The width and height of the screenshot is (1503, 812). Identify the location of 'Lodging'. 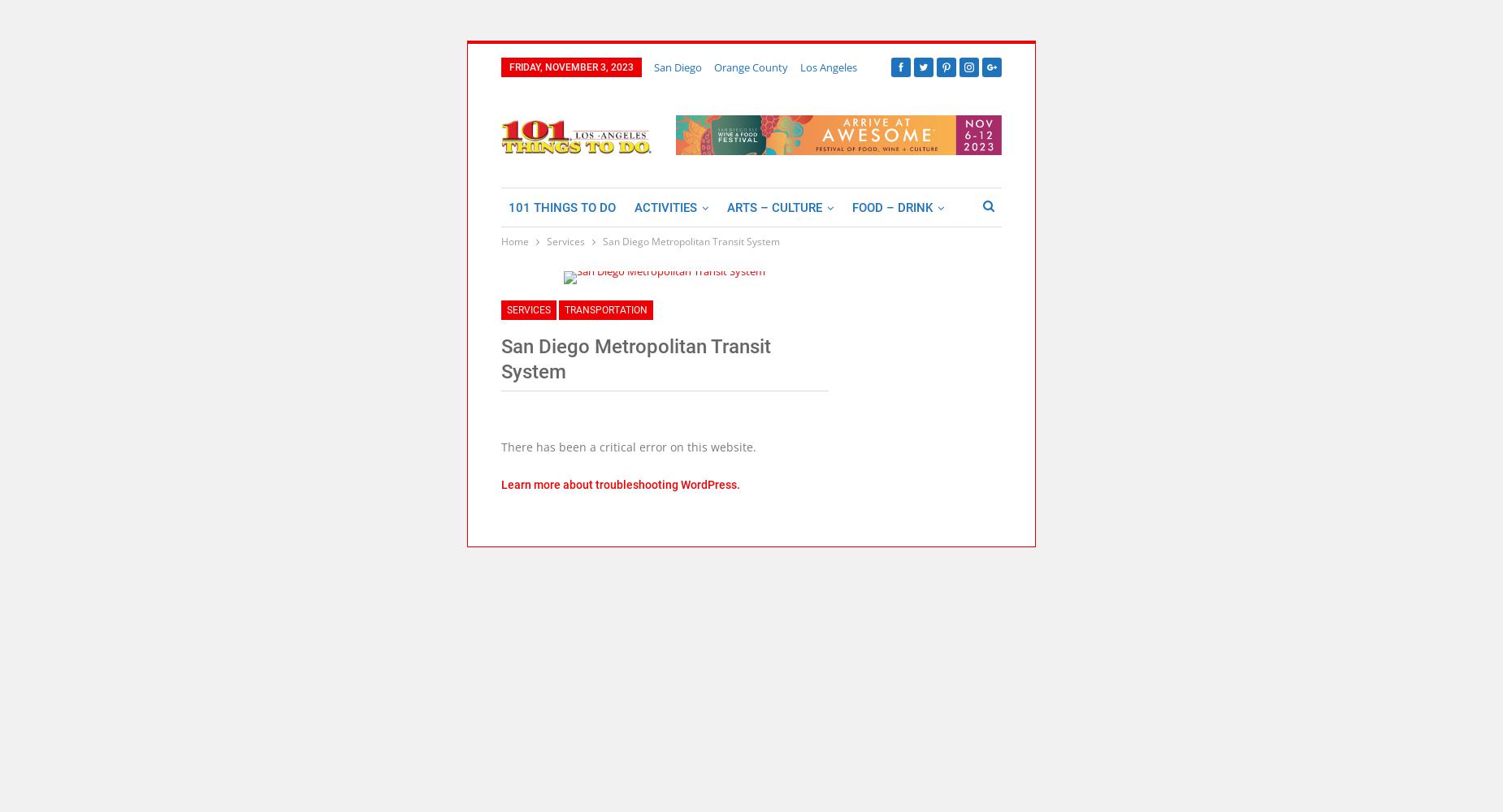
(836, 246).